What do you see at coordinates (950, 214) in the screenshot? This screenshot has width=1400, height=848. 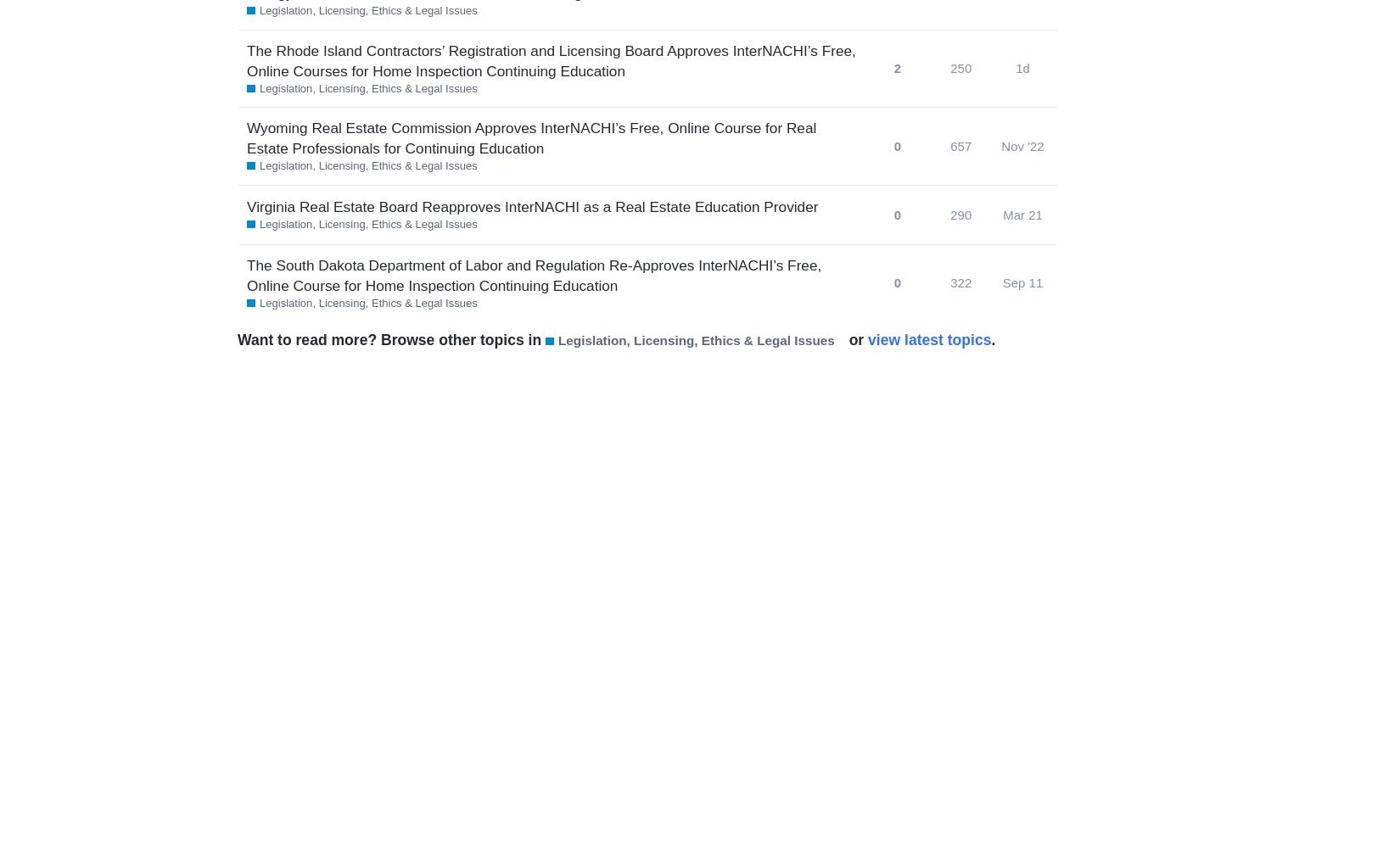 I see `'290'` at bounding box center [950, 214].